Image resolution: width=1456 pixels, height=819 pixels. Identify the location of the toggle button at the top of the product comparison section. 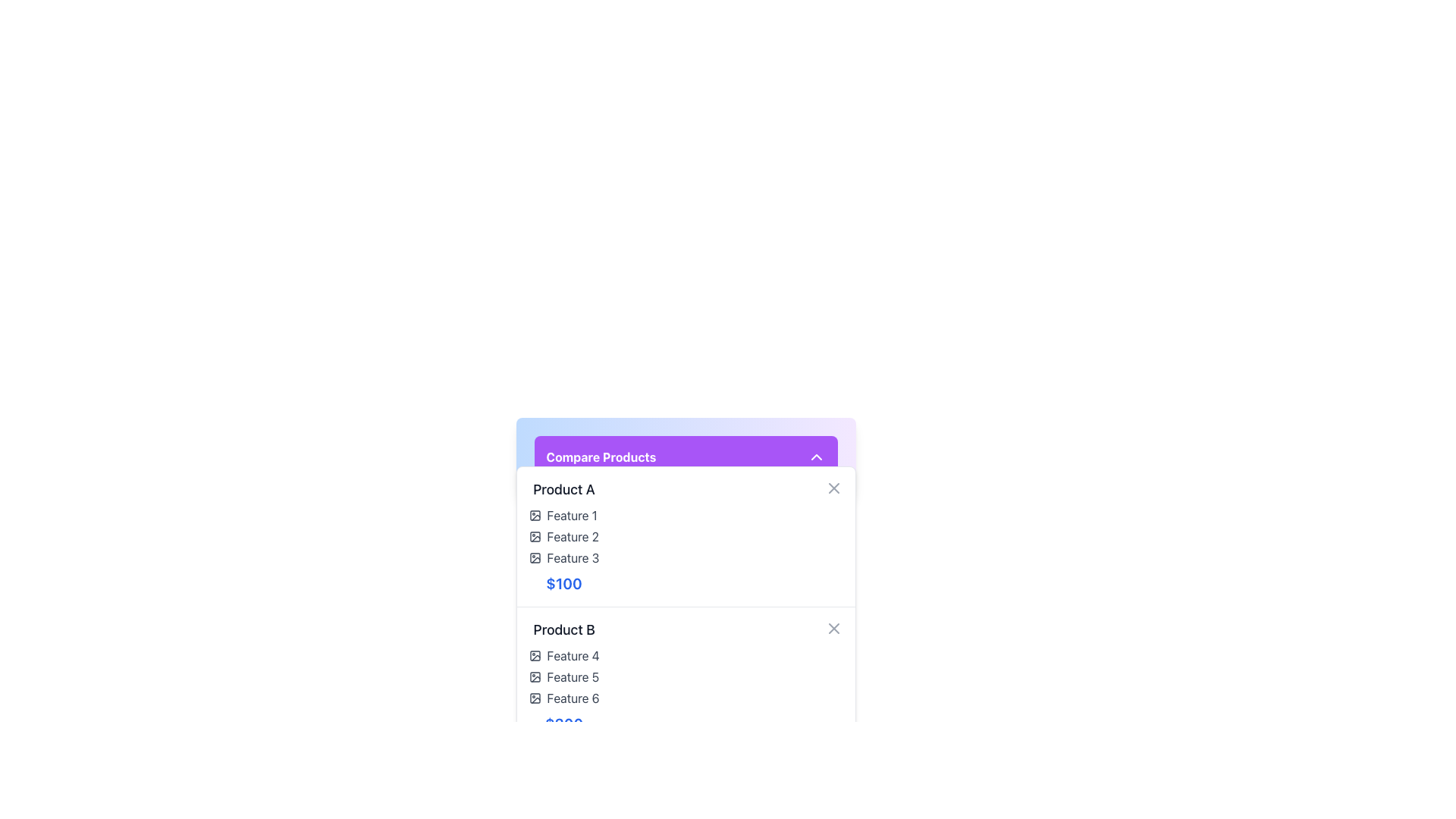
(685, 456).